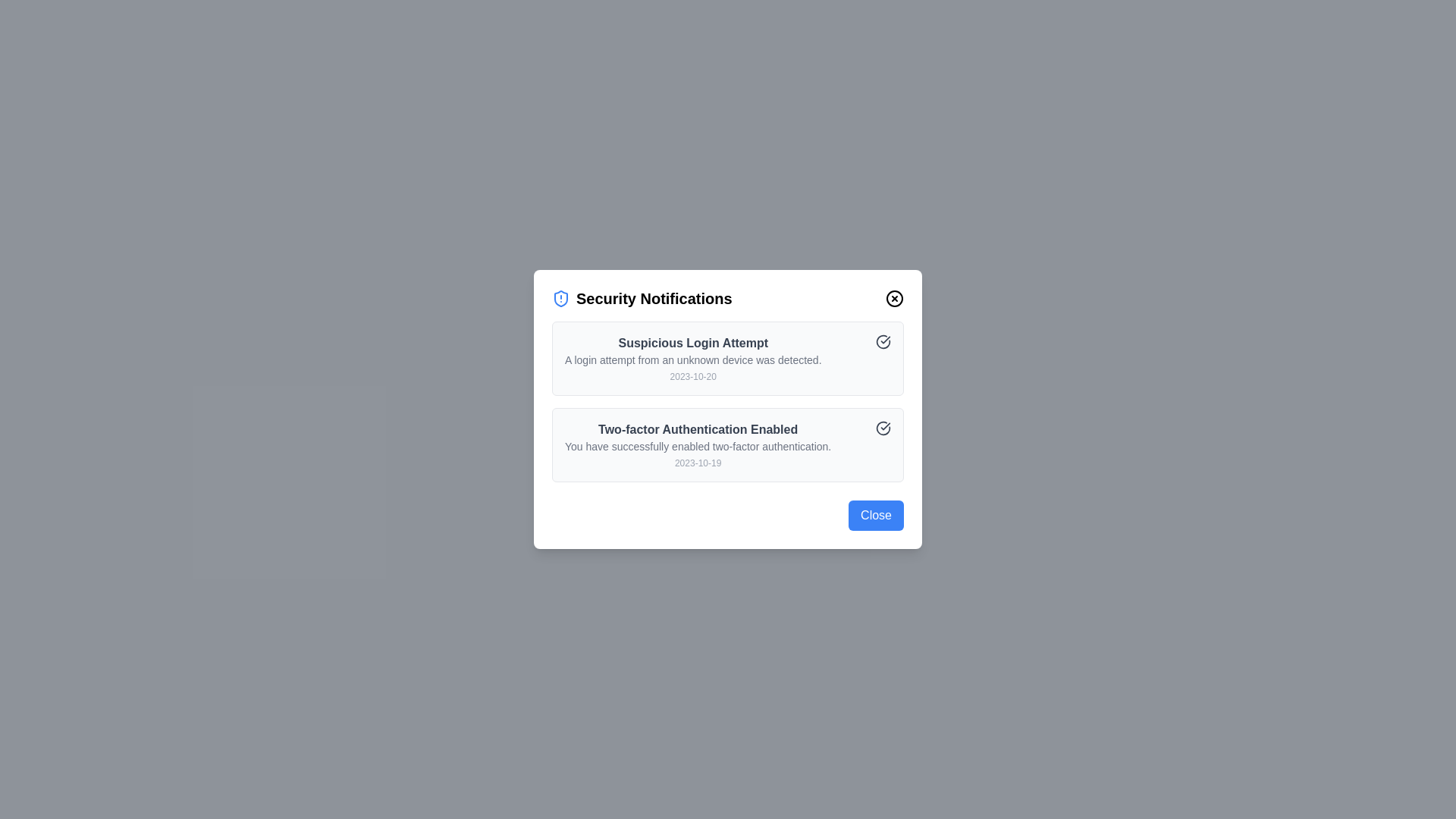 This screenshot has width=1456, height=819. I want to click on the 'Close' button, a rectangular button with rounded corners in vibrant blue, so click(876, 514).